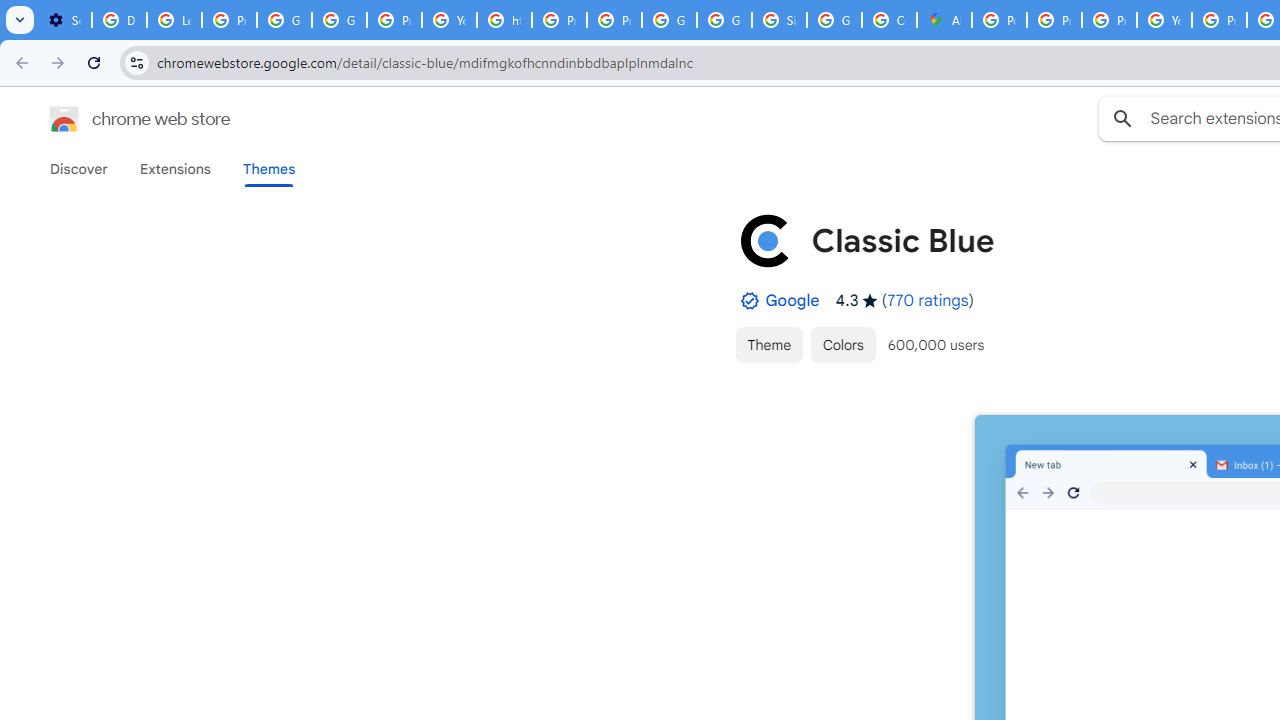 The width and height of the screenshot is (1280, 720). Describe the element at coordinates (64, 119) in the screenshot. I see `'Chrome Web Store logo'` at that location.